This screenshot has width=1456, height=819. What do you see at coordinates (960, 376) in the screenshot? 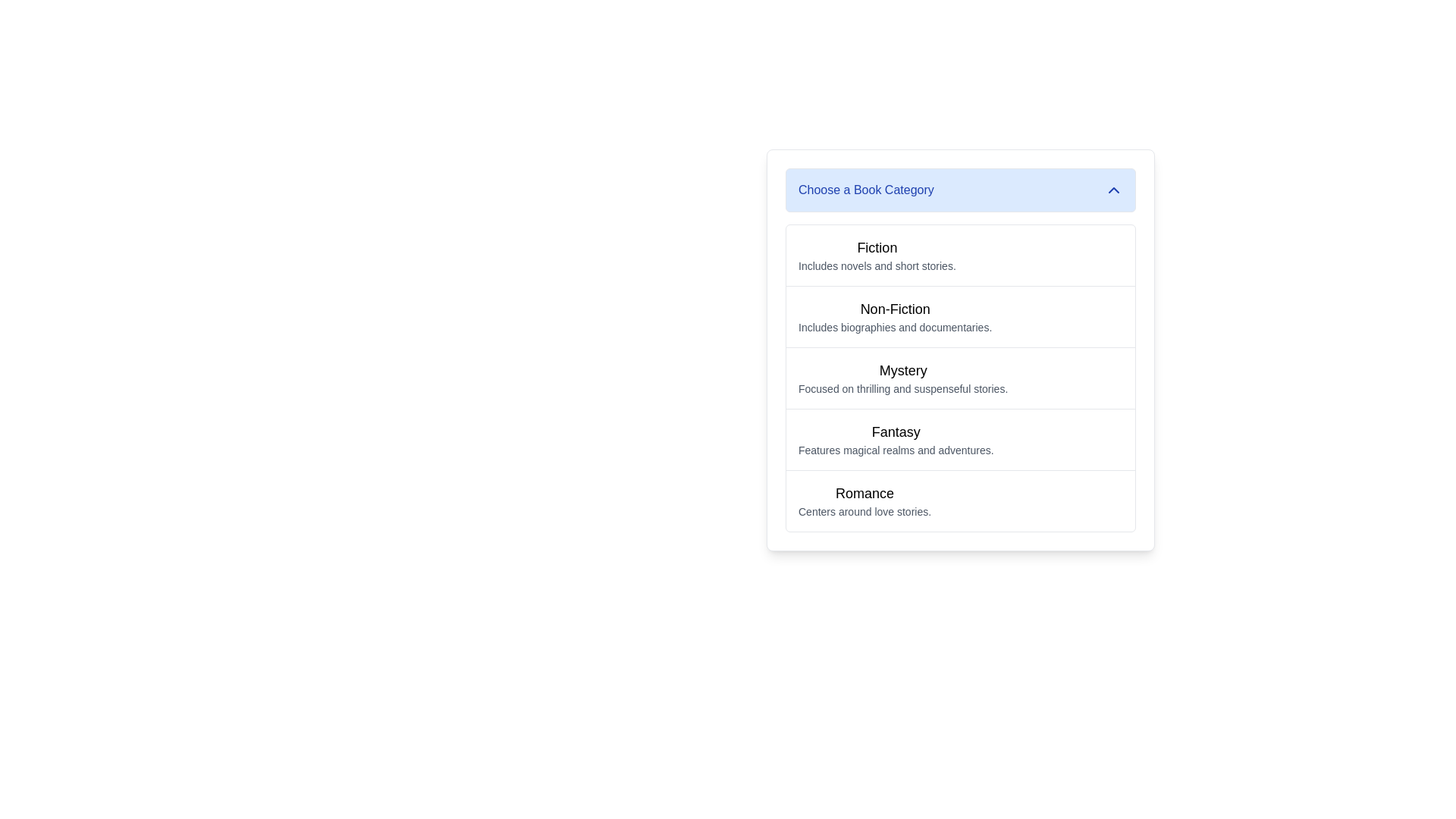
I see `the third category selection item for 'Mystery' in the book categories list` at bounding box center [960, 376].